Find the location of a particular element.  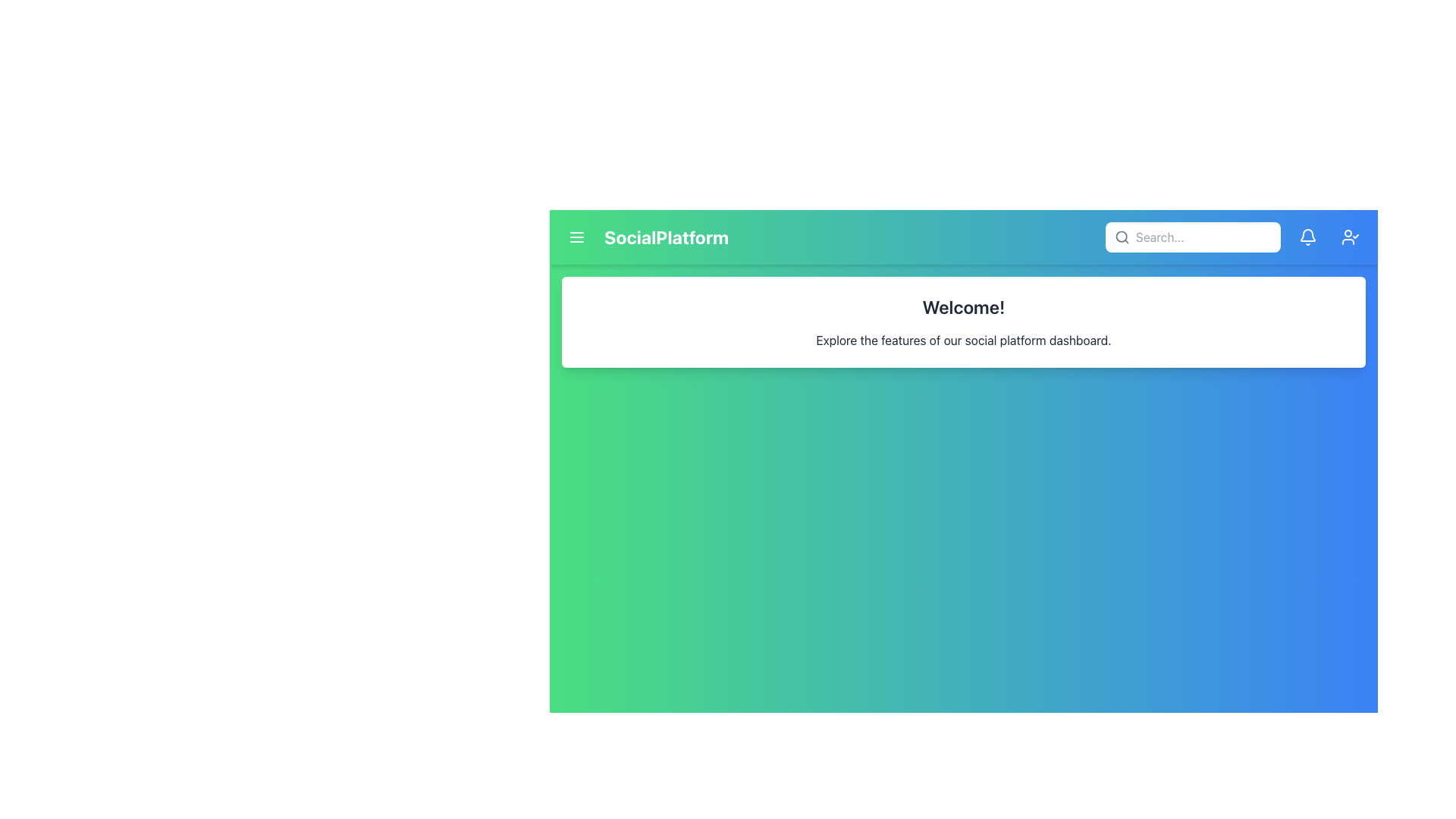

the small three-line hamburger menu icon located at the top-left corner of the interface, which is part of the header section and is styled with rounded corners is located at coordinates (576, 237).